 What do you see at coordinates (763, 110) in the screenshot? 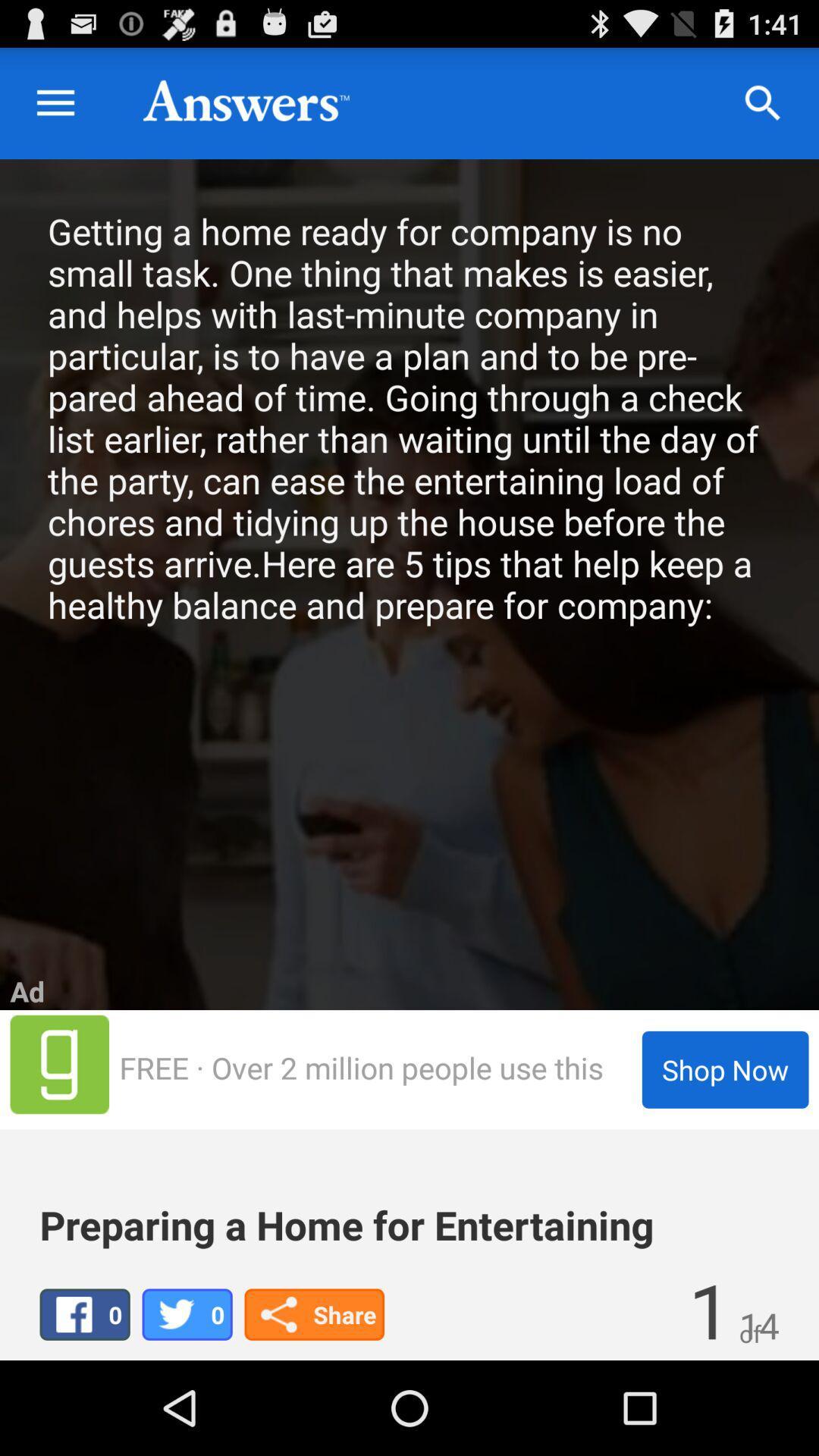
I see `the search icon` at bounding box center [763, 110].